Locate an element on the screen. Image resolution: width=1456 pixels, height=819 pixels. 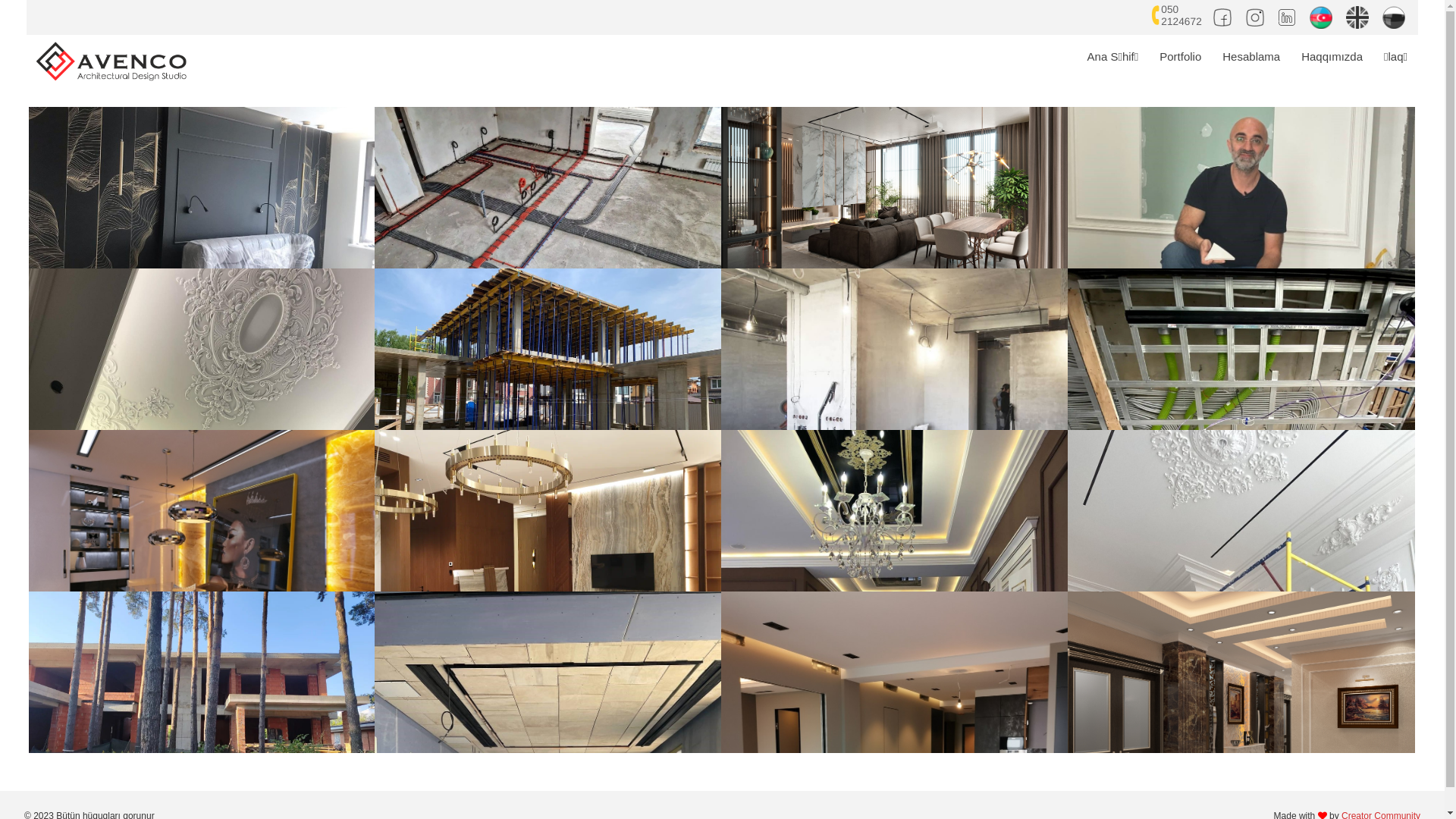
'Hesablama' is located at coordinates (1211, 55).